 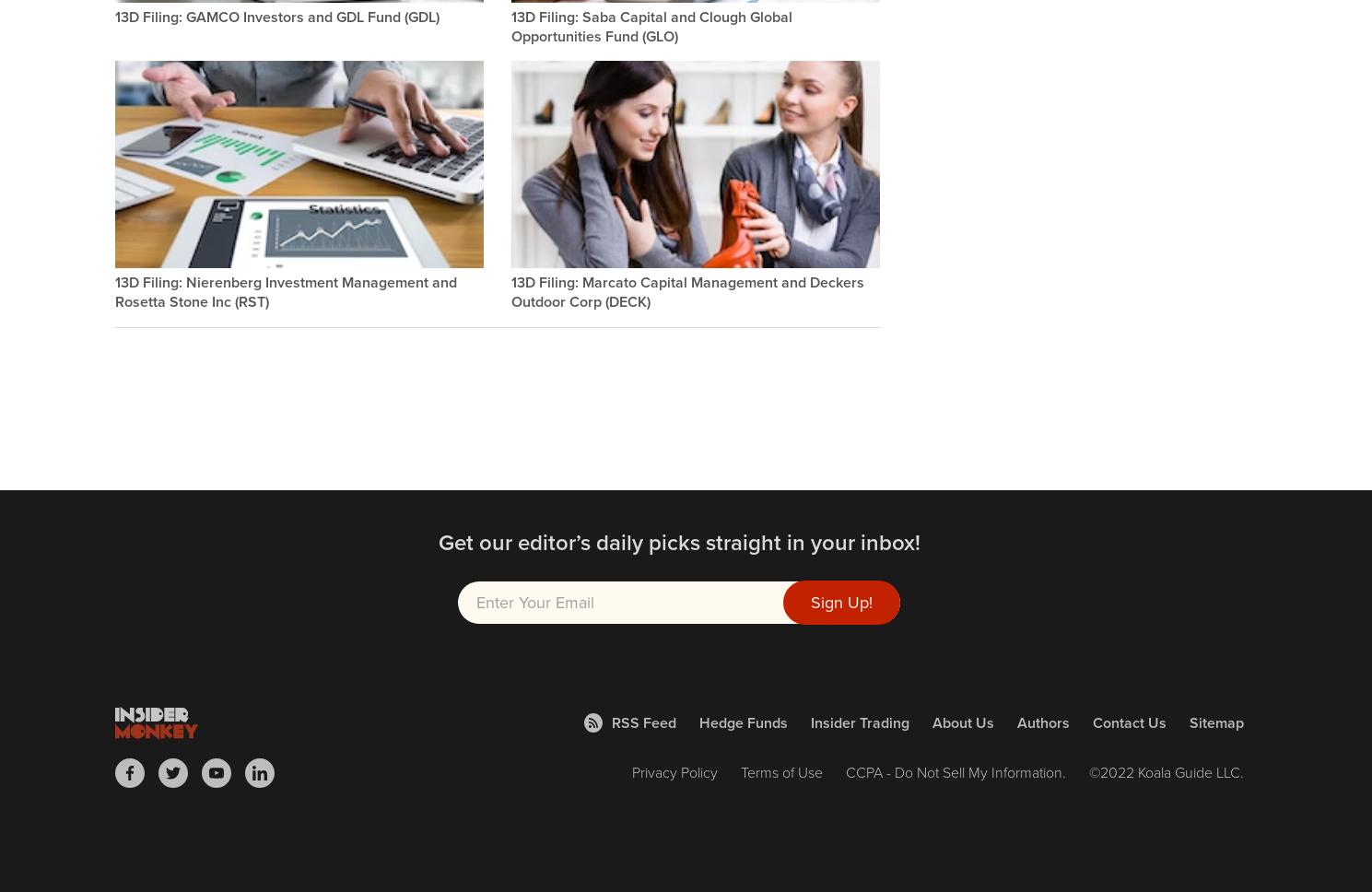 What do you see at coordinates (642, 721) in the screenshot?
I see `'RSS Feed'` at bounding box center [642, 721].